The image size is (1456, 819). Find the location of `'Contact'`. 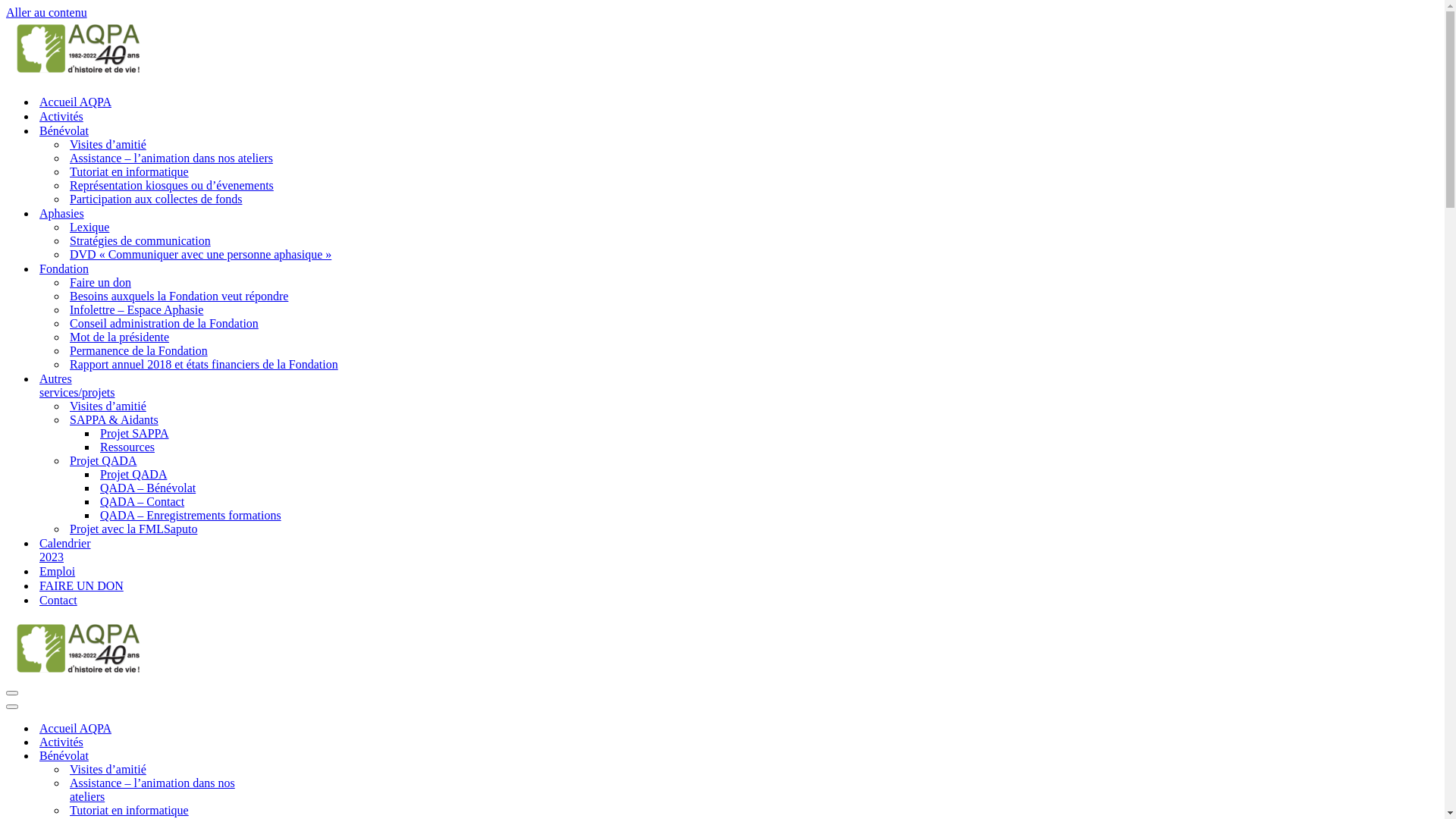

'Contact' is located at coordinates (58, 599).